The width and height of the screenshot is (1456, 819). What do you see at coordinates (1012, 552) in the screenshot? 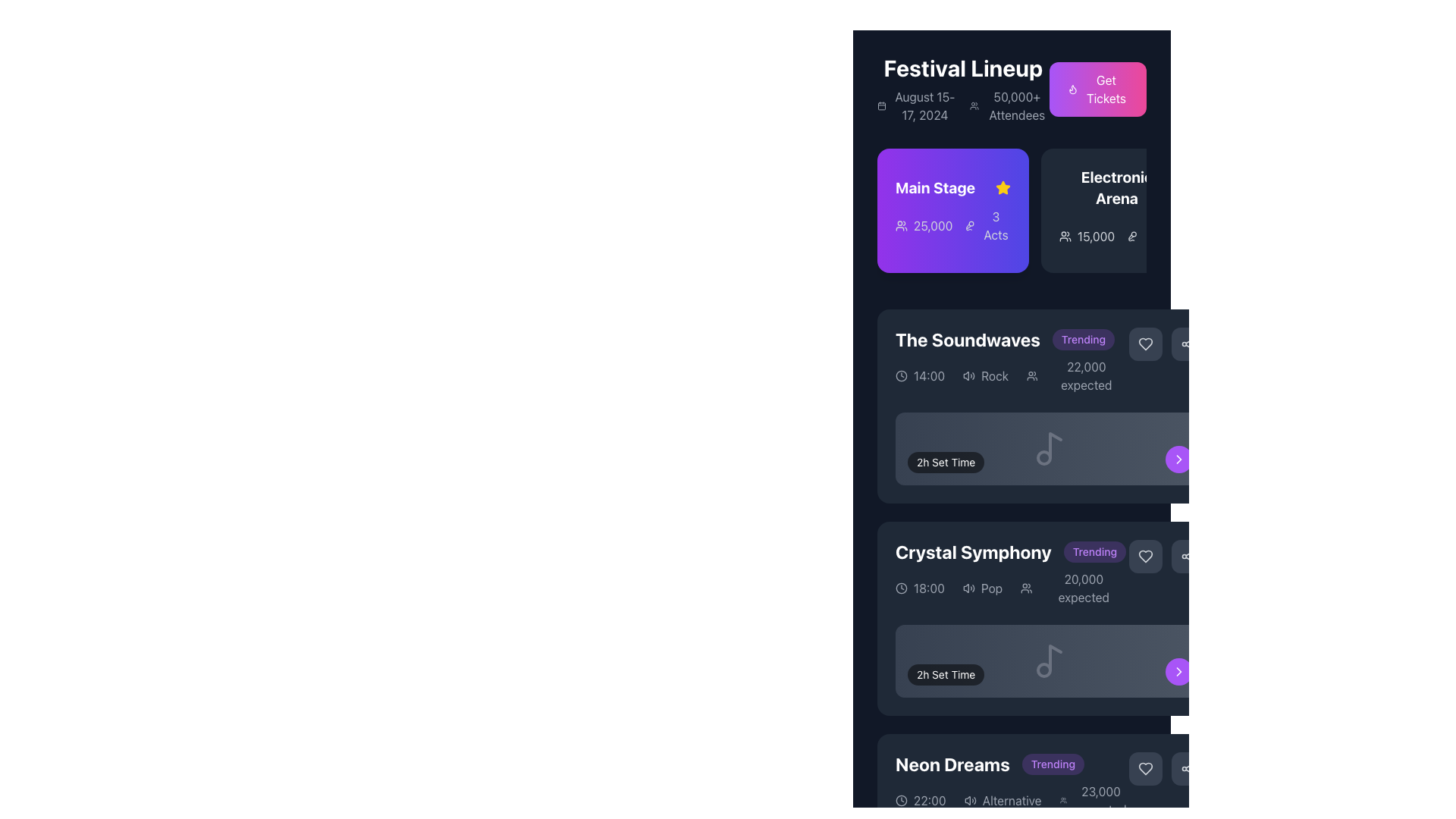
I see `the list item titled 'Crystal Symphony' with the 'Trending' badge, indicating its popularity` at bounding box center [1012, 552].